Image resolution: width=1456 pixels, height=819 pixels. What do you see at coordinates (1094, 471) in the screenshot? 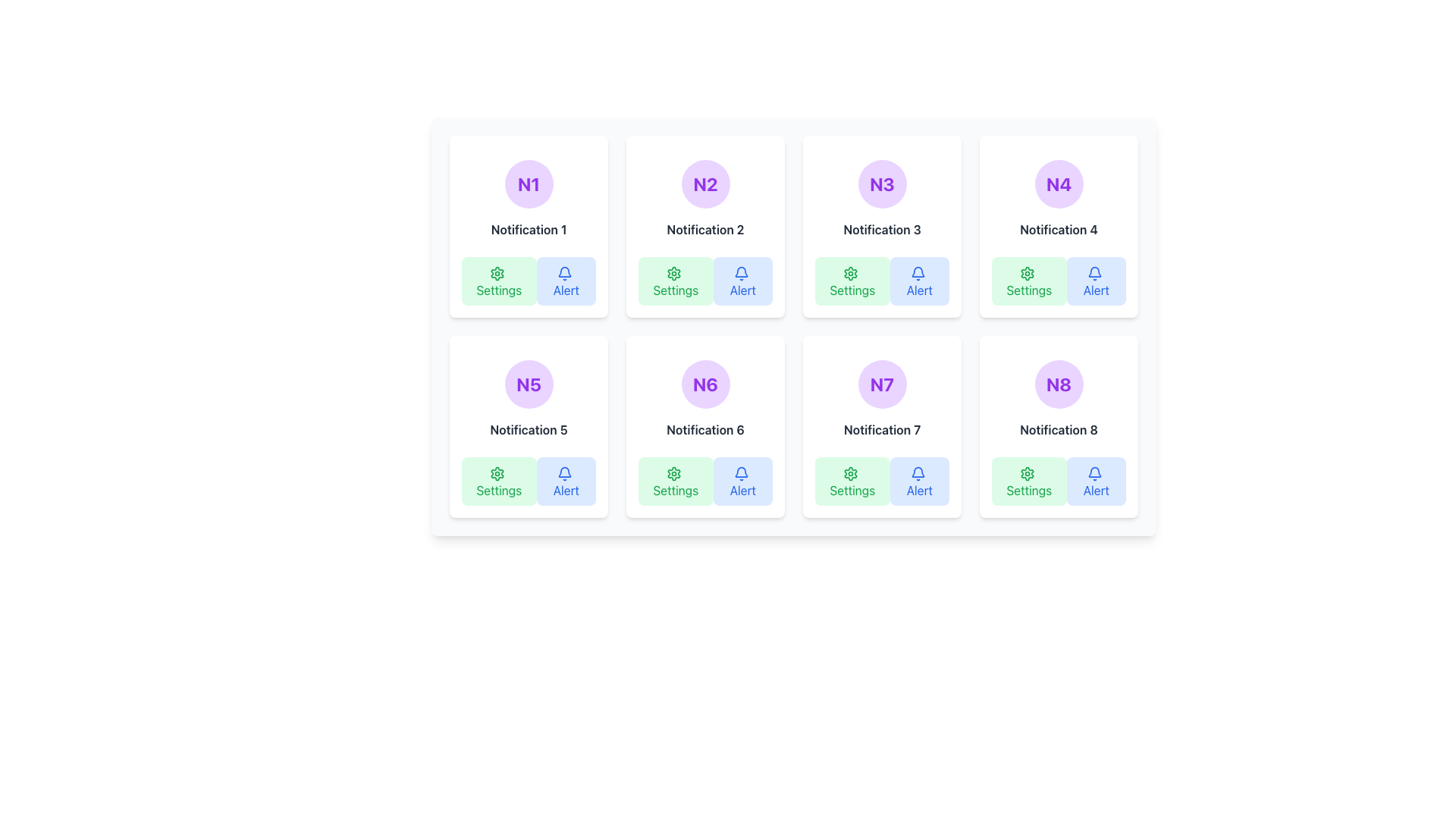
I see `the bell-shaped notification icon located at the center of the 'Alert' button on the last card (N8) in the bottom-right of the interface` at bounding box center [1094, 471].